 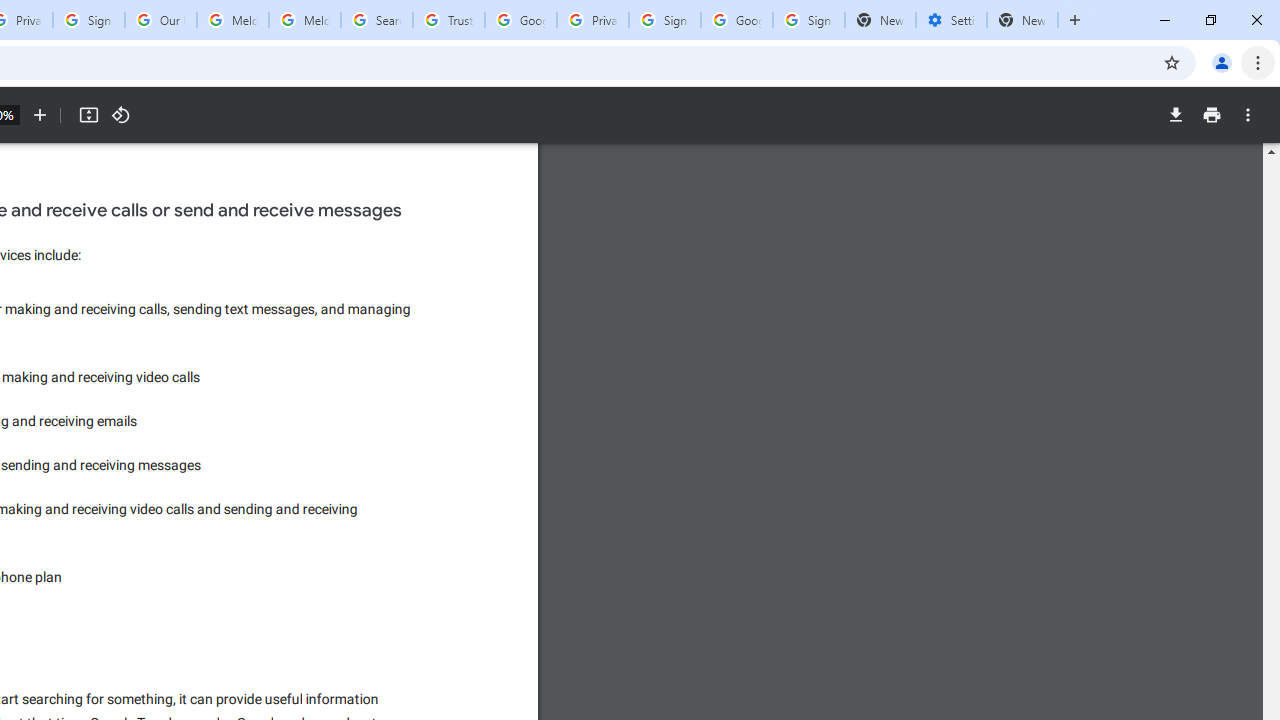 I want to click on 'Download', so click(x=1175, y=115).